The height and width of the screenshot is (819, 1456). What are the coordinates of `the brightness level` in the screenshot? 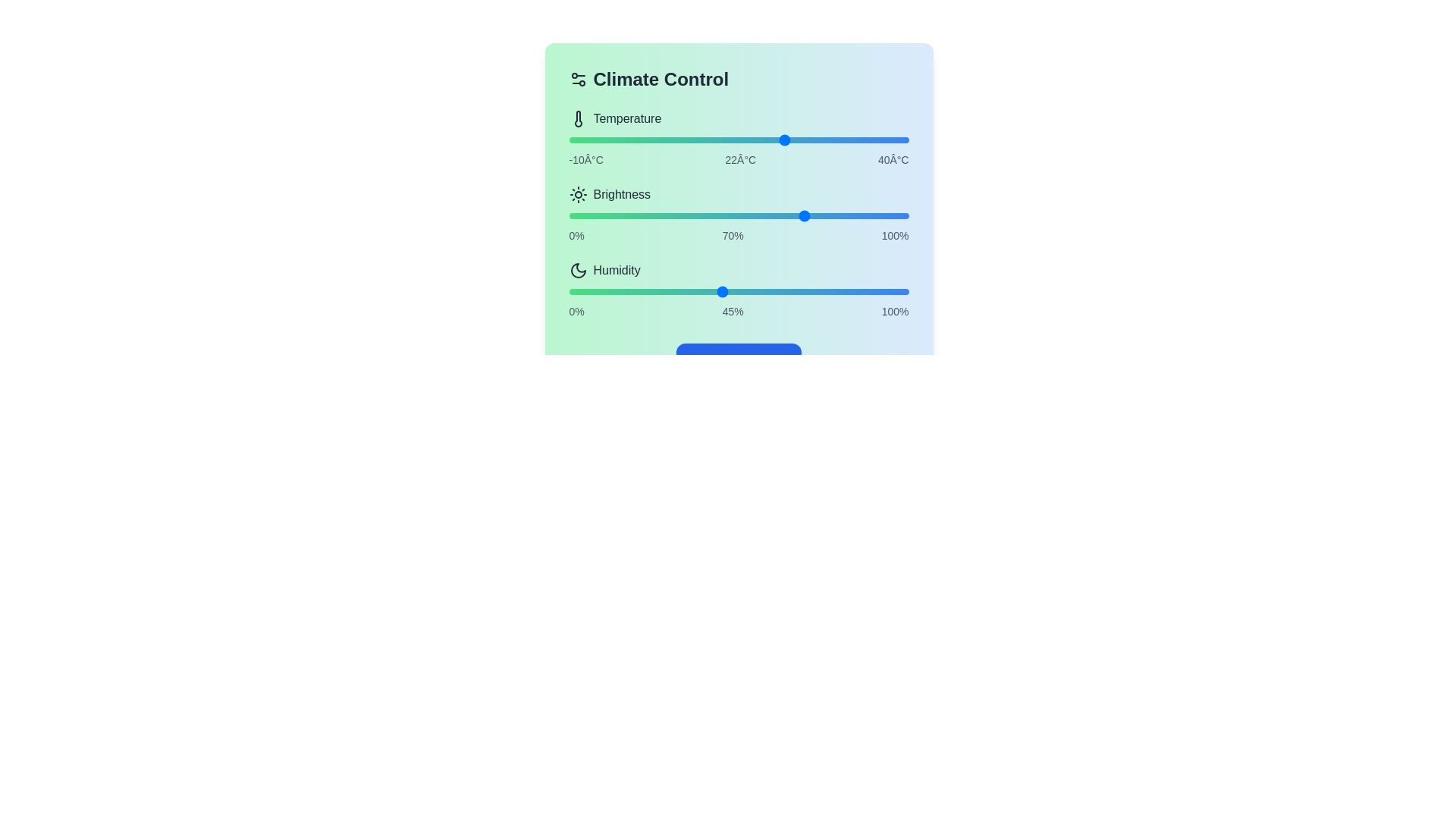 It's located at (735, 216).